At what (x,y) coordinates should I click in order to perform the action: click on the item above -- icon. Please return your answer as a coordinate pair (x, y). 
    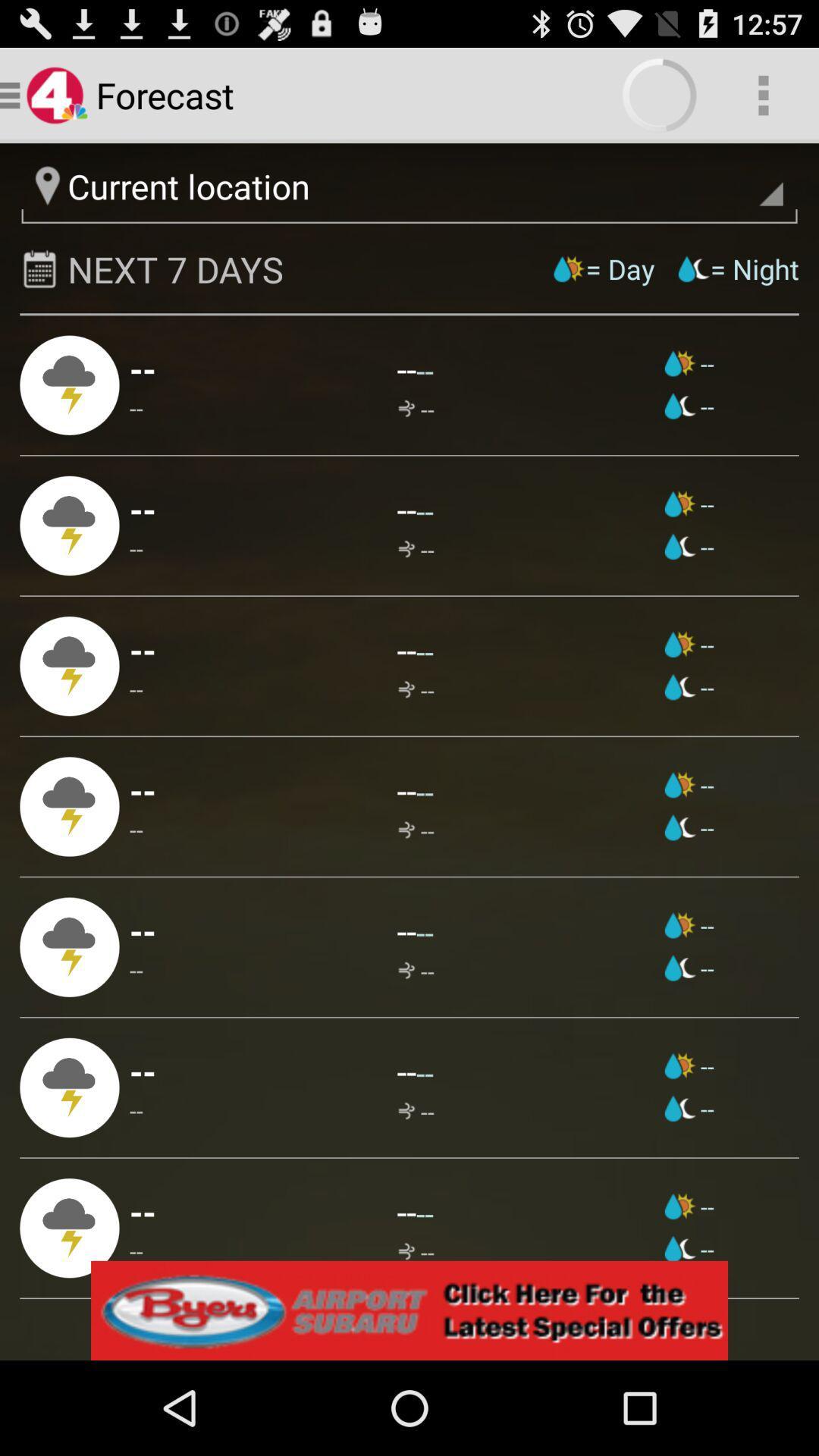
    Looking at the image, I should click on (143, 649).